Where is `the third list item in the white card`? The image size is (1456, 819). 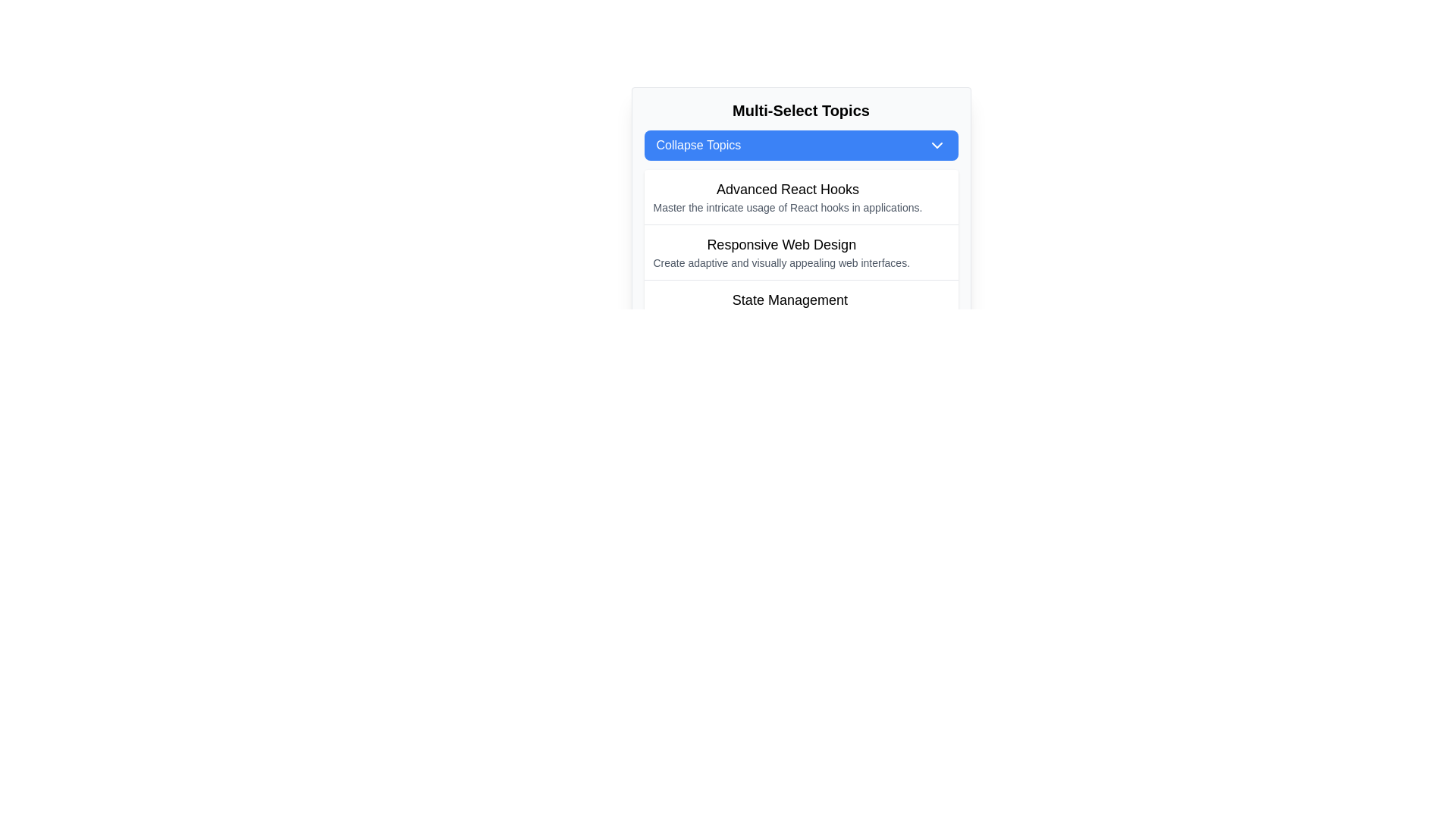 the third list item in the white card is located at coordinates (800, 307).